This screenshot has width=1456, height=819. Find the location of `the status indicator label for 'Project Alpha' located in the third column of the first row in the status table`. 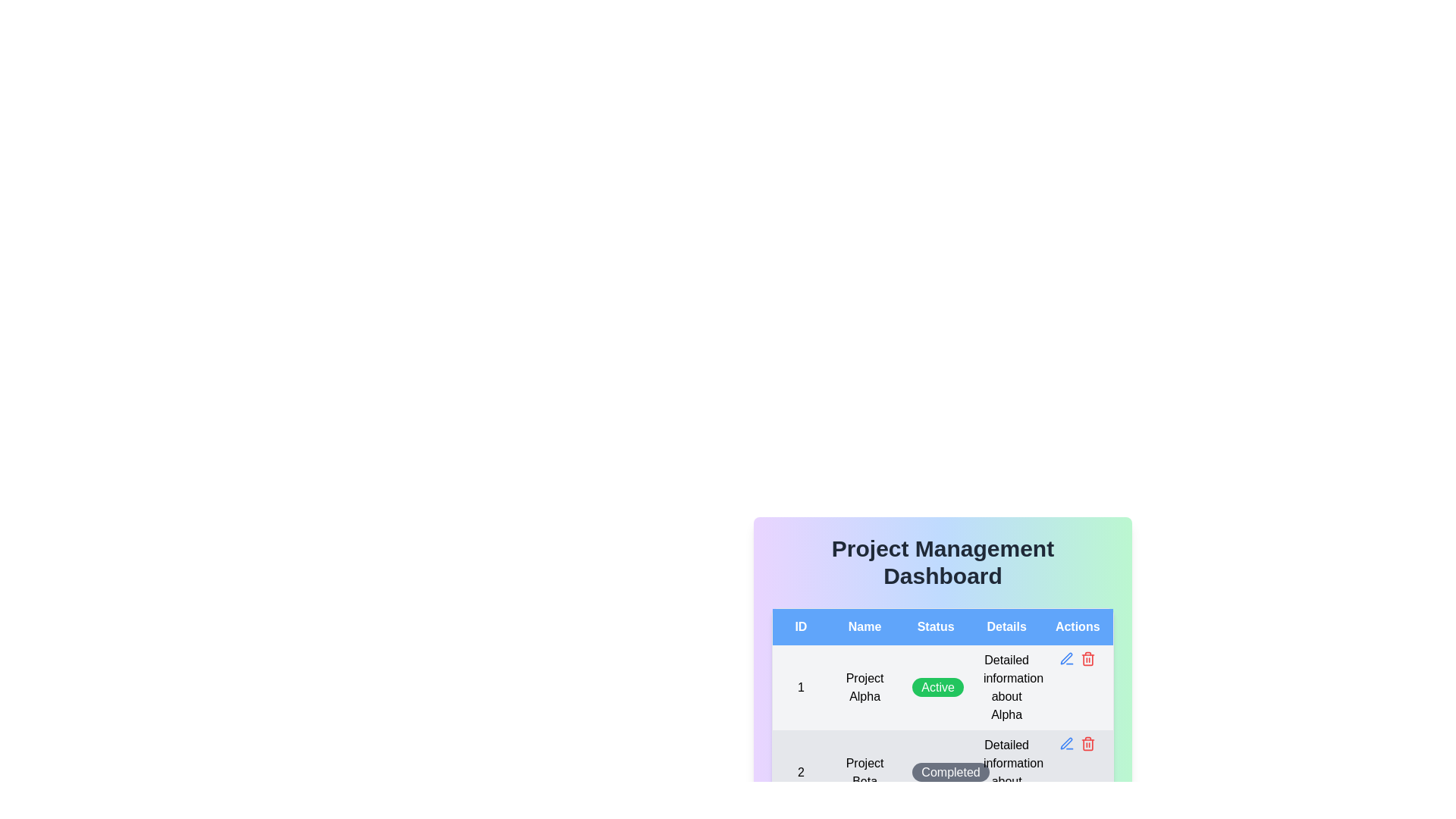

the status indicator label for 'Project Alpha' located in the third column of the first row in the status table is located at coordinates (935, 687).